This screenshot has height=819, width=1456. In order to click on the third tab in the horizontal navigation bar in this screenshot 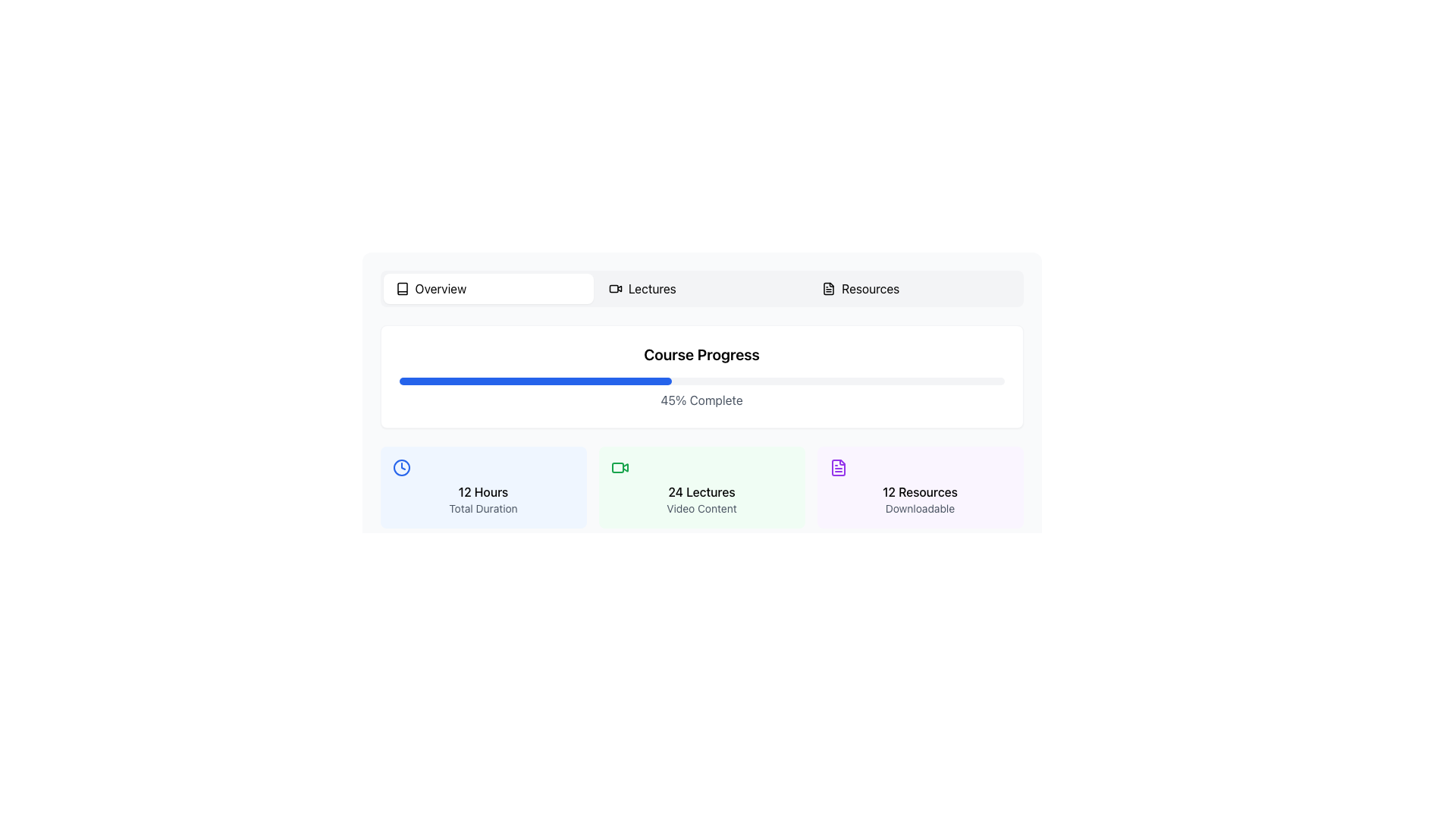, I will do `click(914, 289)`.